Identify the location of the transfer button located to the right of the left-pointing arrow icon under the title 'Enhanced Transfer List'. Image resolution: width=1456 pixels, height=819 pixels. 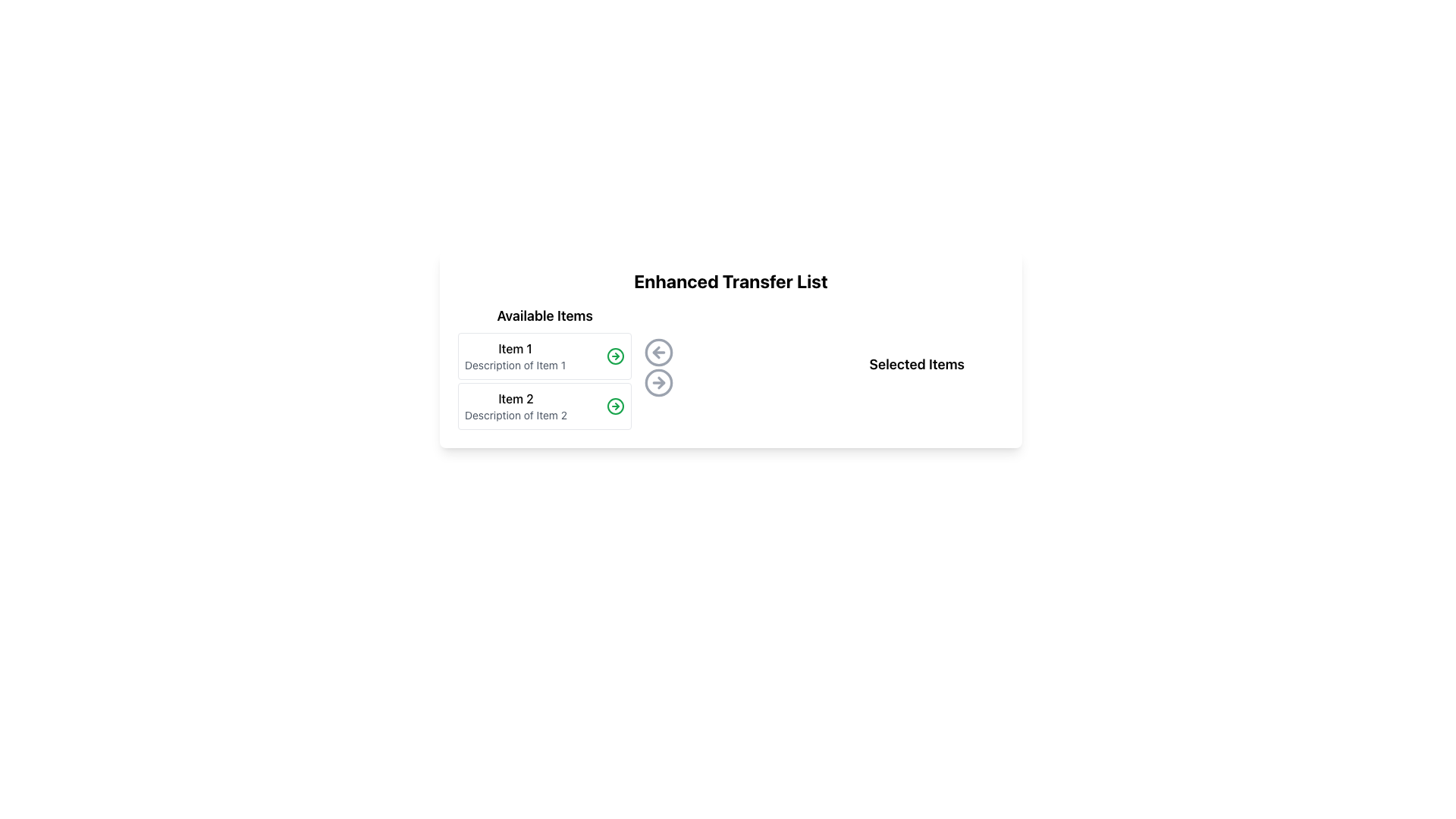
(658, 382).